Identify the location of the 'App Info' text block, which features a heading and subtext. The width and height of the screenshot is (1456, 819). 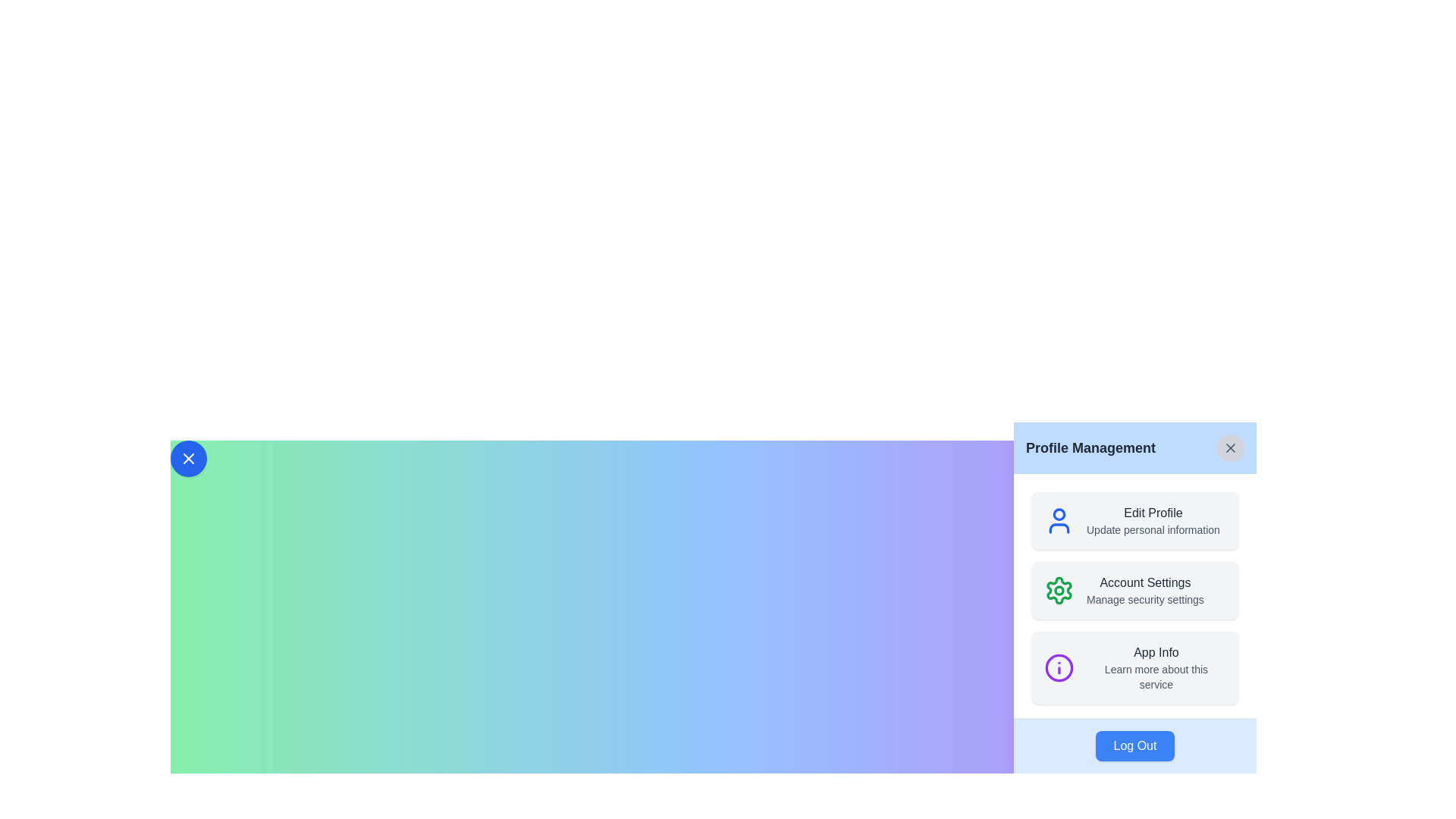
(1156, 667).